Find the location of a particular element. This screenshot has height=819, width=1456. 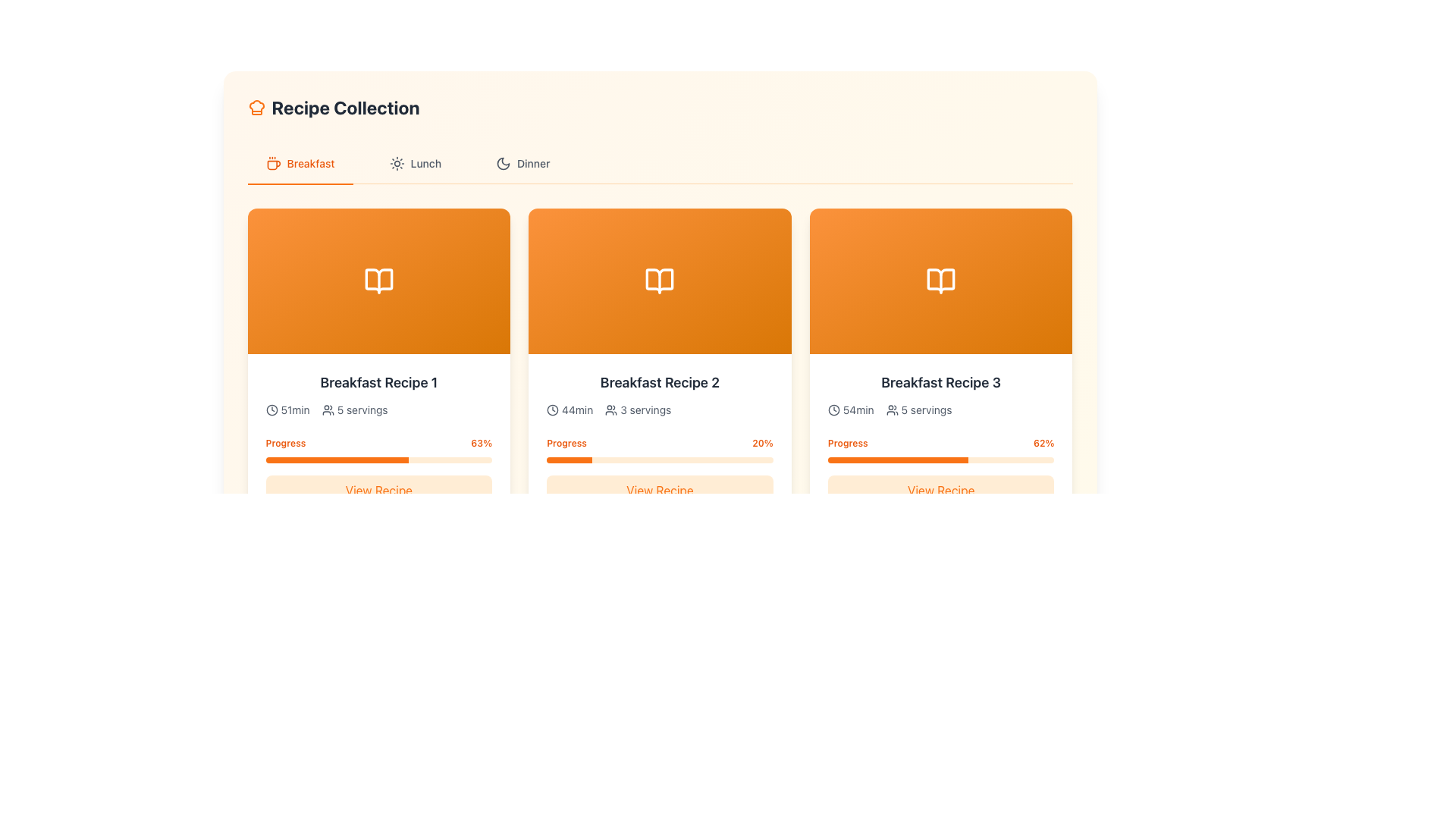

the Text Label with Icon displaying '3 servings', which is the second information block below the title 'Breakfast Recipe 2' is located at coordinates (638, 409).